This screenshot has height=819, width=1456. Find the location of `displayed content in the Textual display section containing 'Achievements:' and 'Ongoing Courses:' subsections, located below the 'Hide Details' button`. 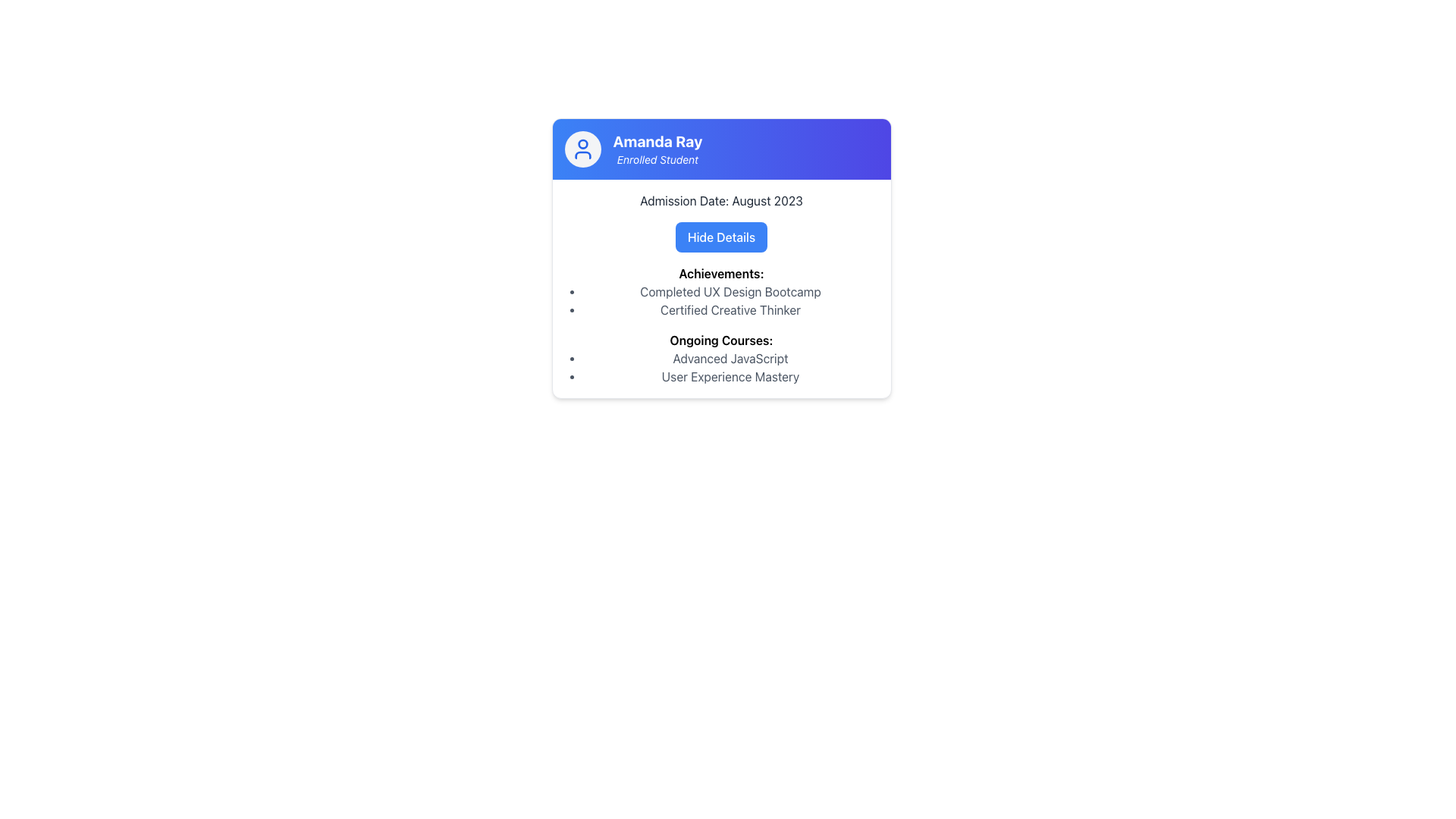

displayed content in the Textual display section containing 'Achievements:' and 'Ongoing Courses:' subsections, located below the 'Hide Details' button is located at coordinates (720, 324).